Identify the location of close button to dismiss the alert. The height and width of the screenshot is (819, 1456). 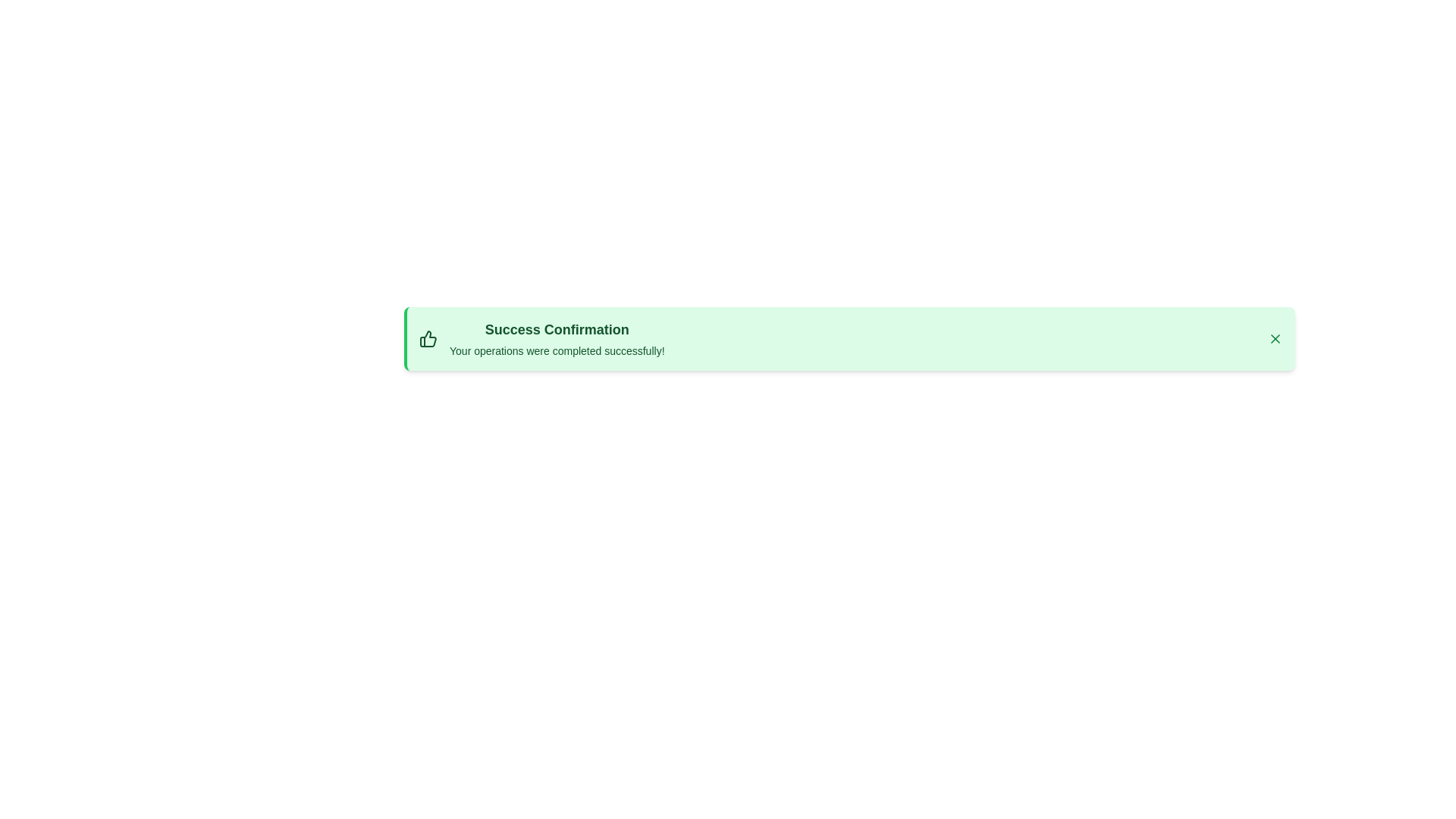
(1274, 338).